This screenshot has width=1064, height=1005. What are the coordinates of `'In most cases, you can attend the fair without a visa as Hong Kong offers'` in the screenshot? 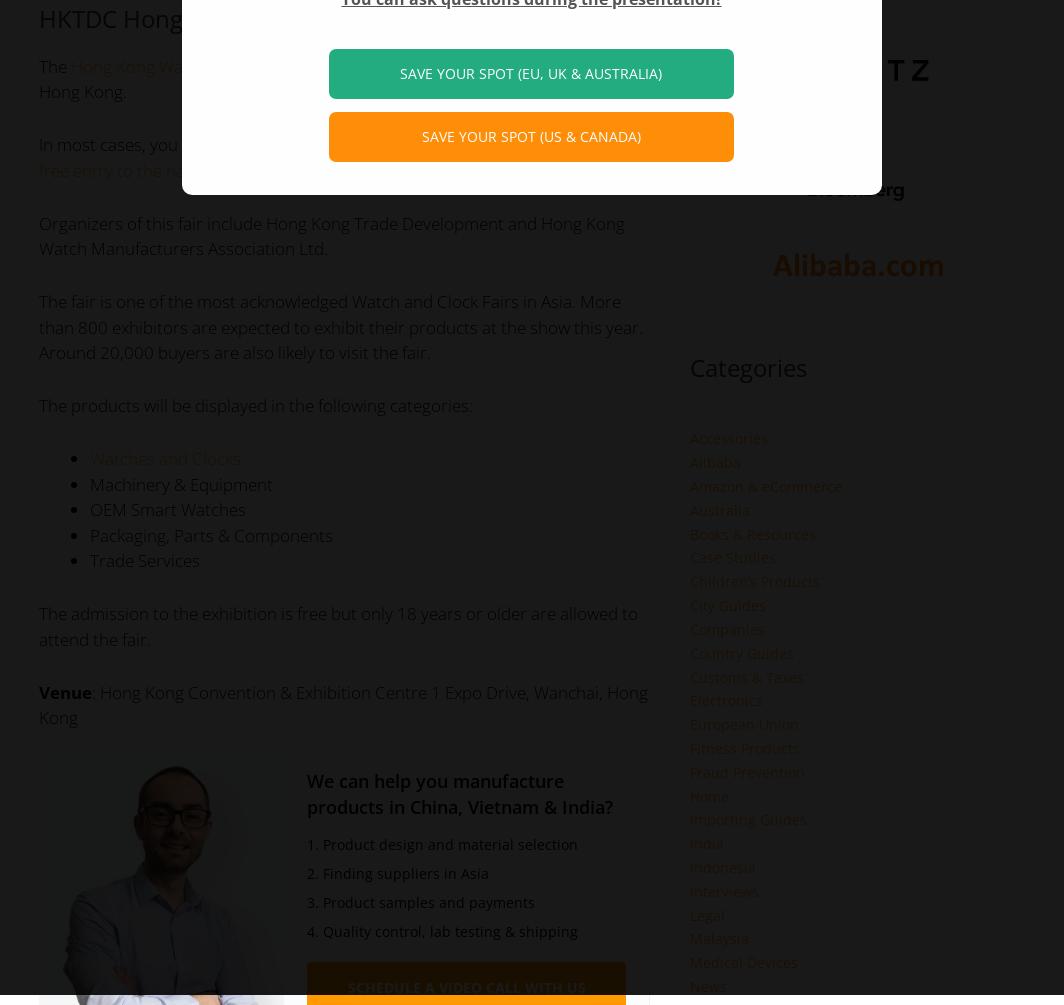 It's located at (313, 144).